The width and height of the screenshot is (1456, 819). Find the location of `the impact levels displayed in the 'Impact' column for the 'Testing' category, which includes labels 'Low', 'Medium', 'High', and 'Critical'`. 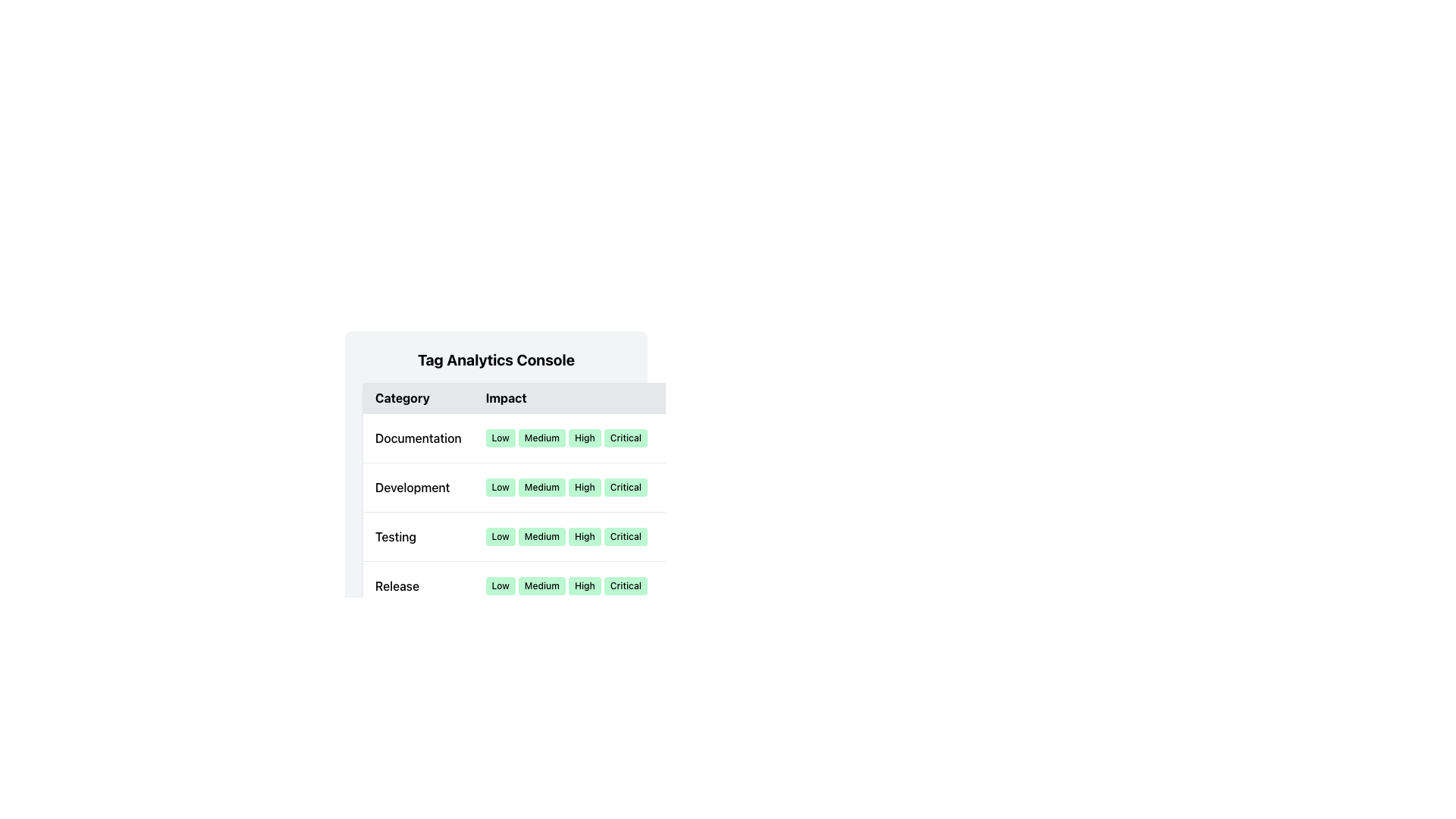

the impact levels displayed in the 'Impact' column for the 'Testing' category, which includes labels 'Low', 'Medium', 'High', and 'Critical' is located at coordinates (566, 536).